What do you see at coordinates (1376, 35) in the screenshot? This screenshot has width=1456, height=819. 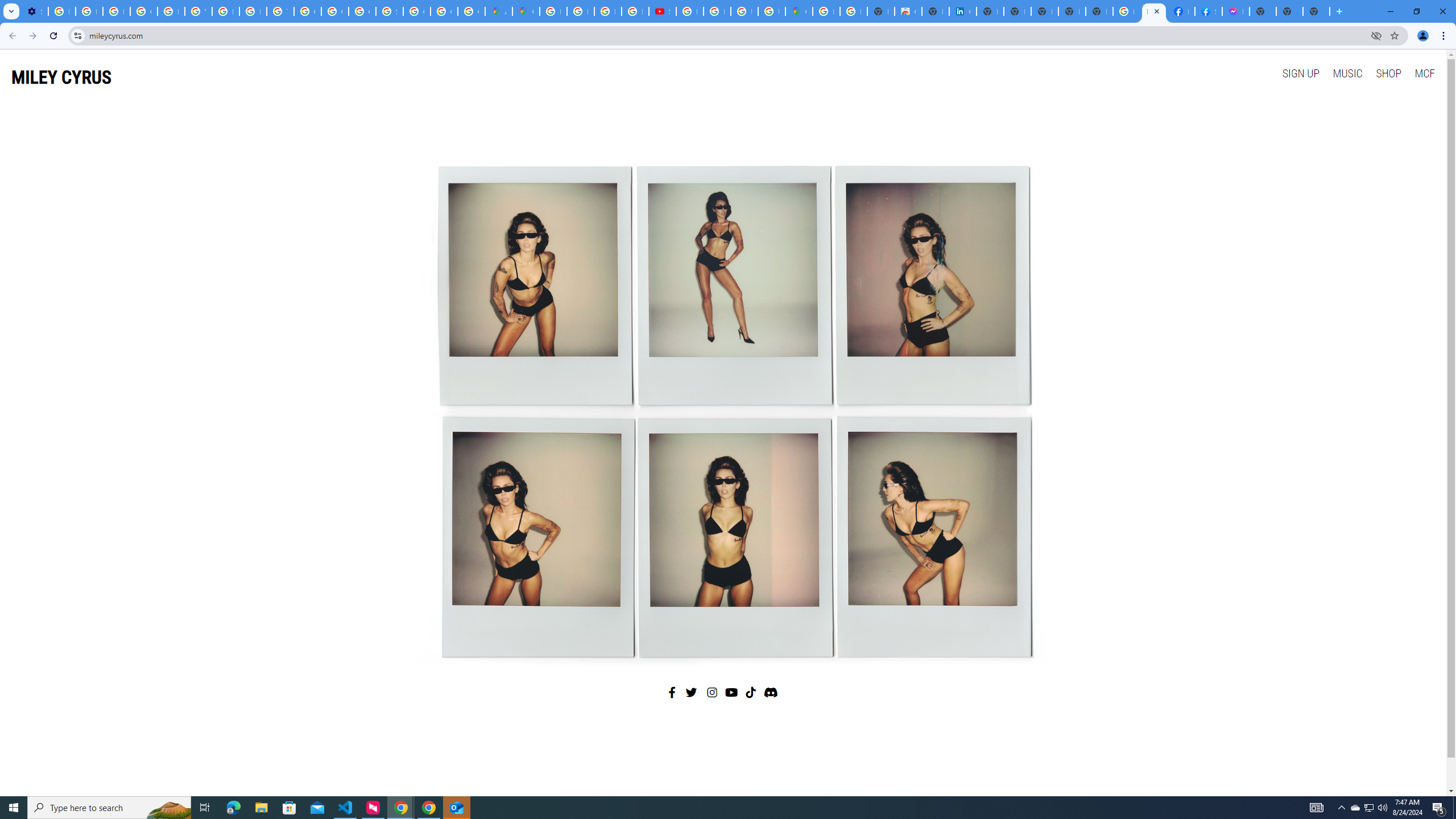 I see `'Third-party cookies blocked'` at bounding box center [1376, 35].